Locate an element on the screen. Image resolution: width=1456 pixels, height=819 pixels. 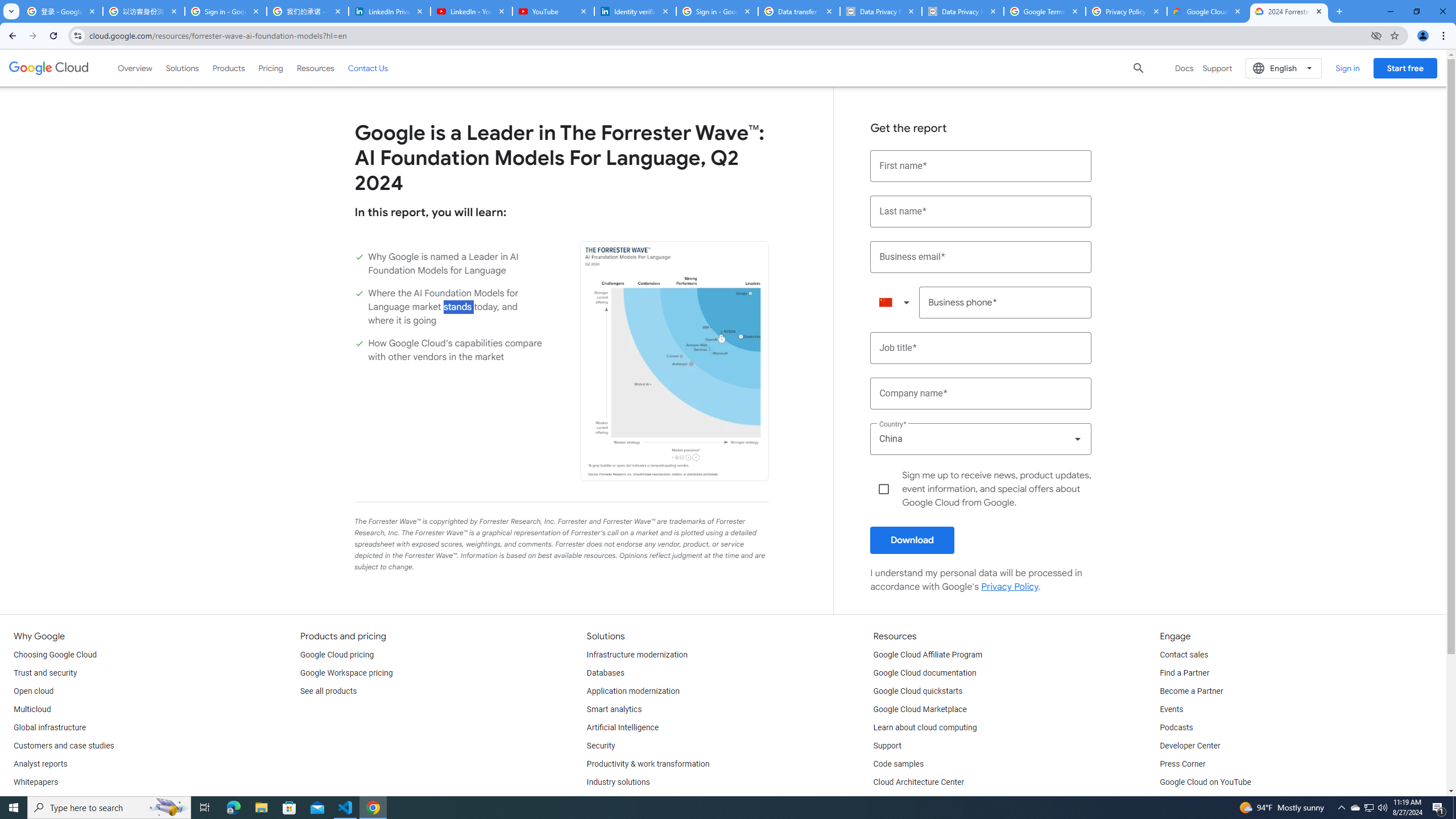
'Databases' is located at coordinates (605, 673).